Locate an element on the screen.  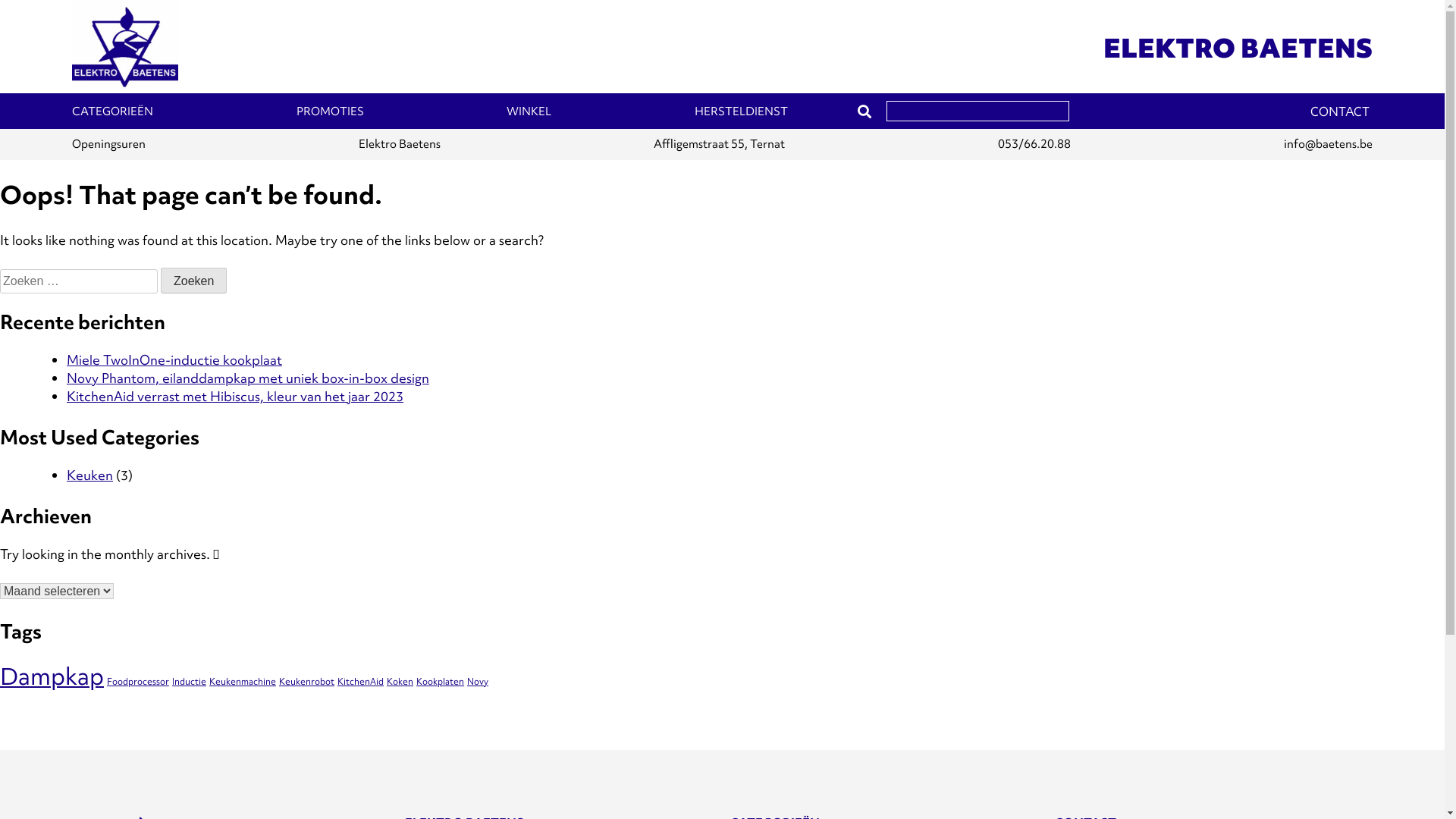
'KitchenAid' is located at coordinates (337, 680).